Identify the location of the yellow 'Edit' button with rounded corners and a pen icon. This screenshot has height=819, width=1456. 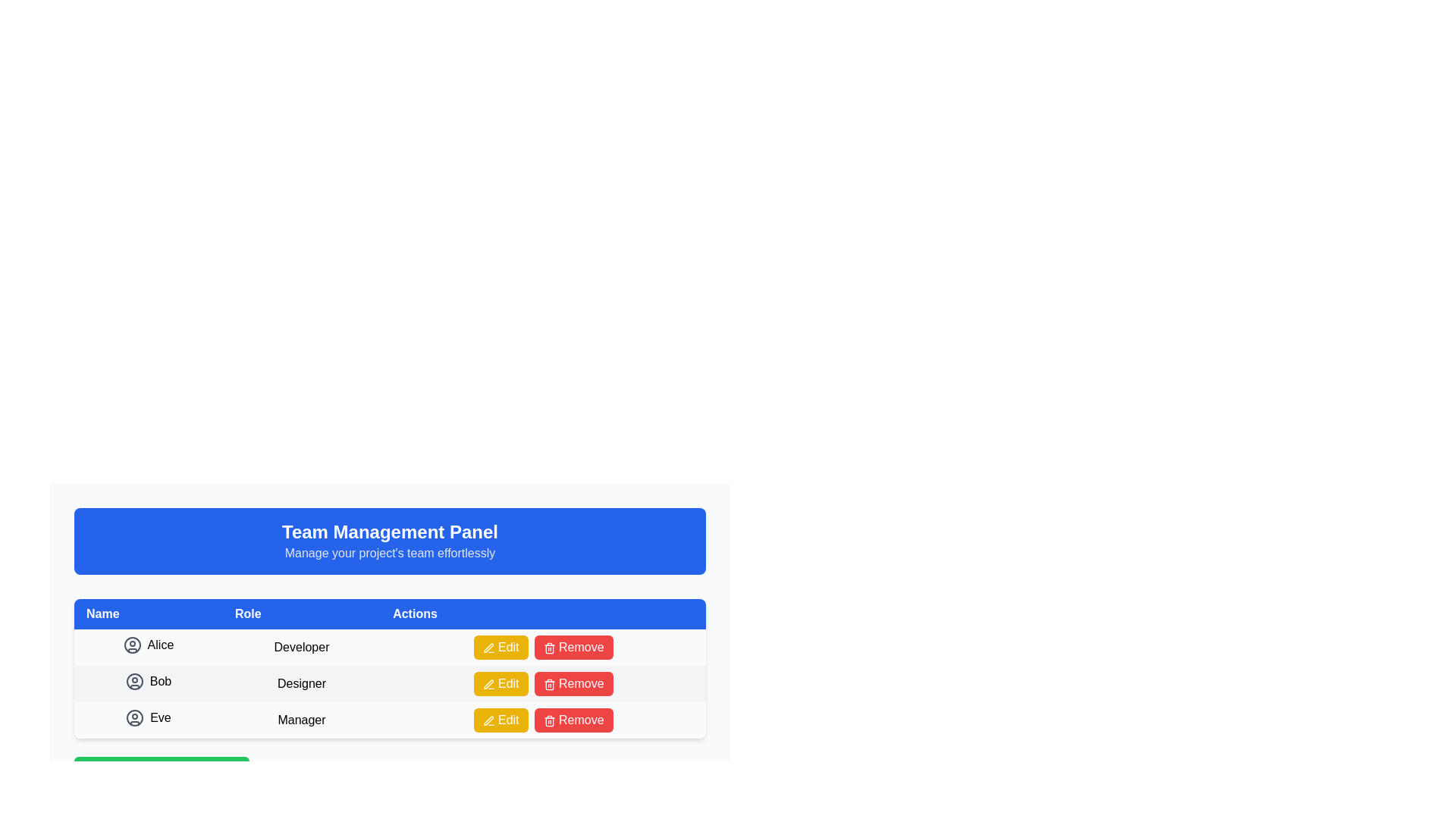
(500, 684).